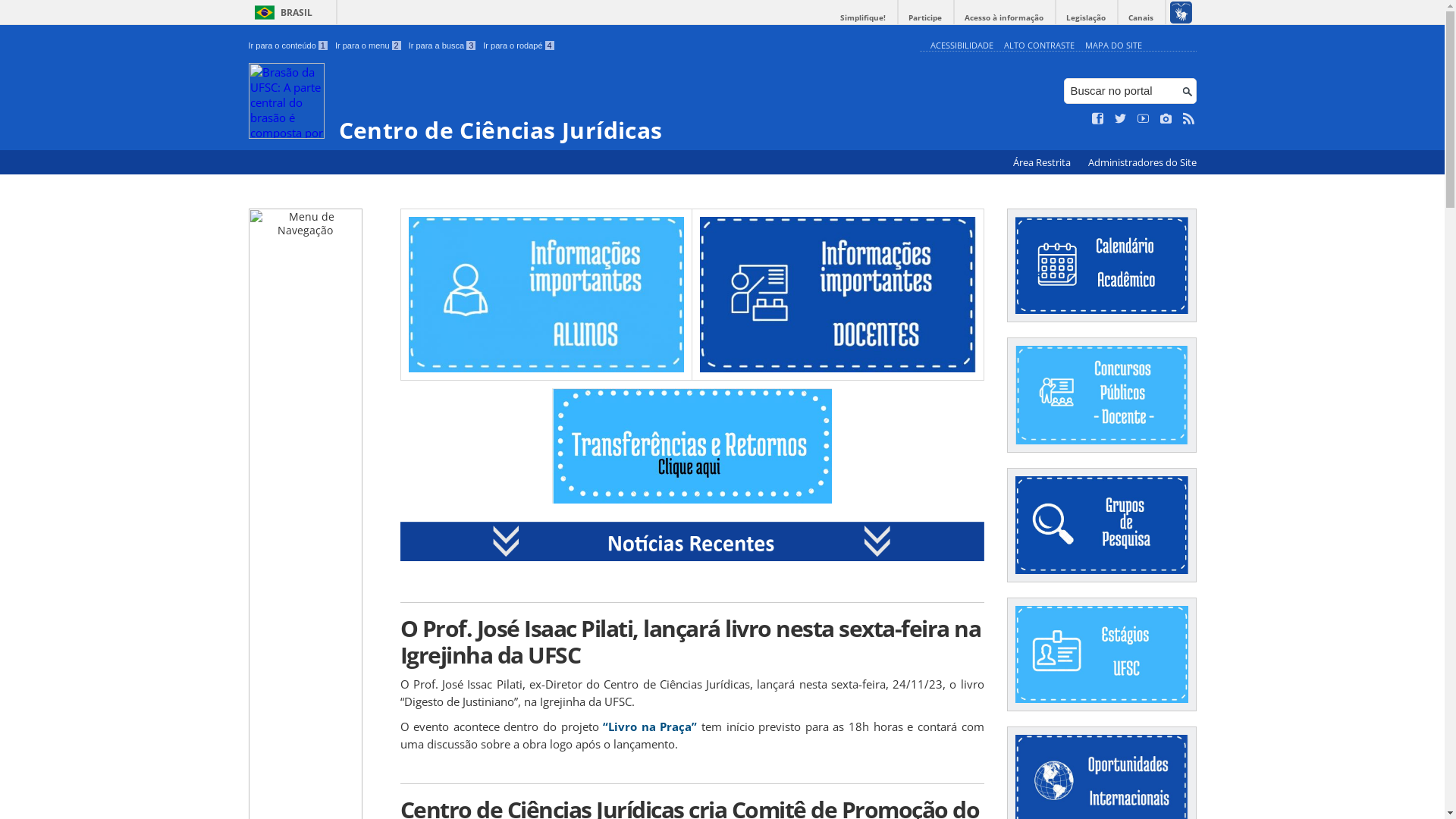 This screenshot has height=819, width=1456. I want to click on 'ACESSIBILIDADE', so click(960, 44).